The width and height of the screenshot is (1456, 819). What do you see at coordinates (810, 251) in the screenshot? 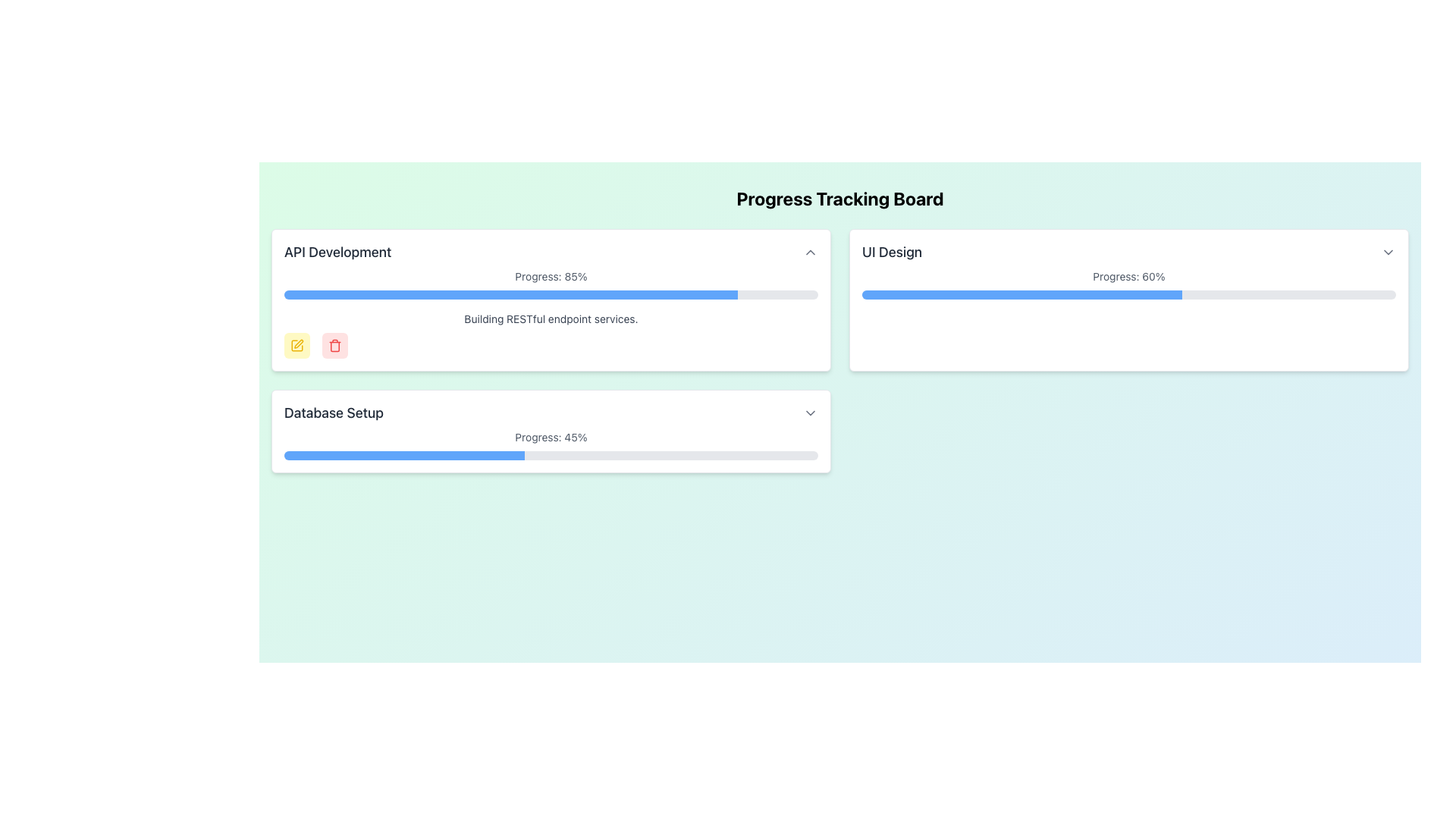
I see `the chevron icon located in the top-right corner of the 'API Development' section` at bounding box center [810, 251].